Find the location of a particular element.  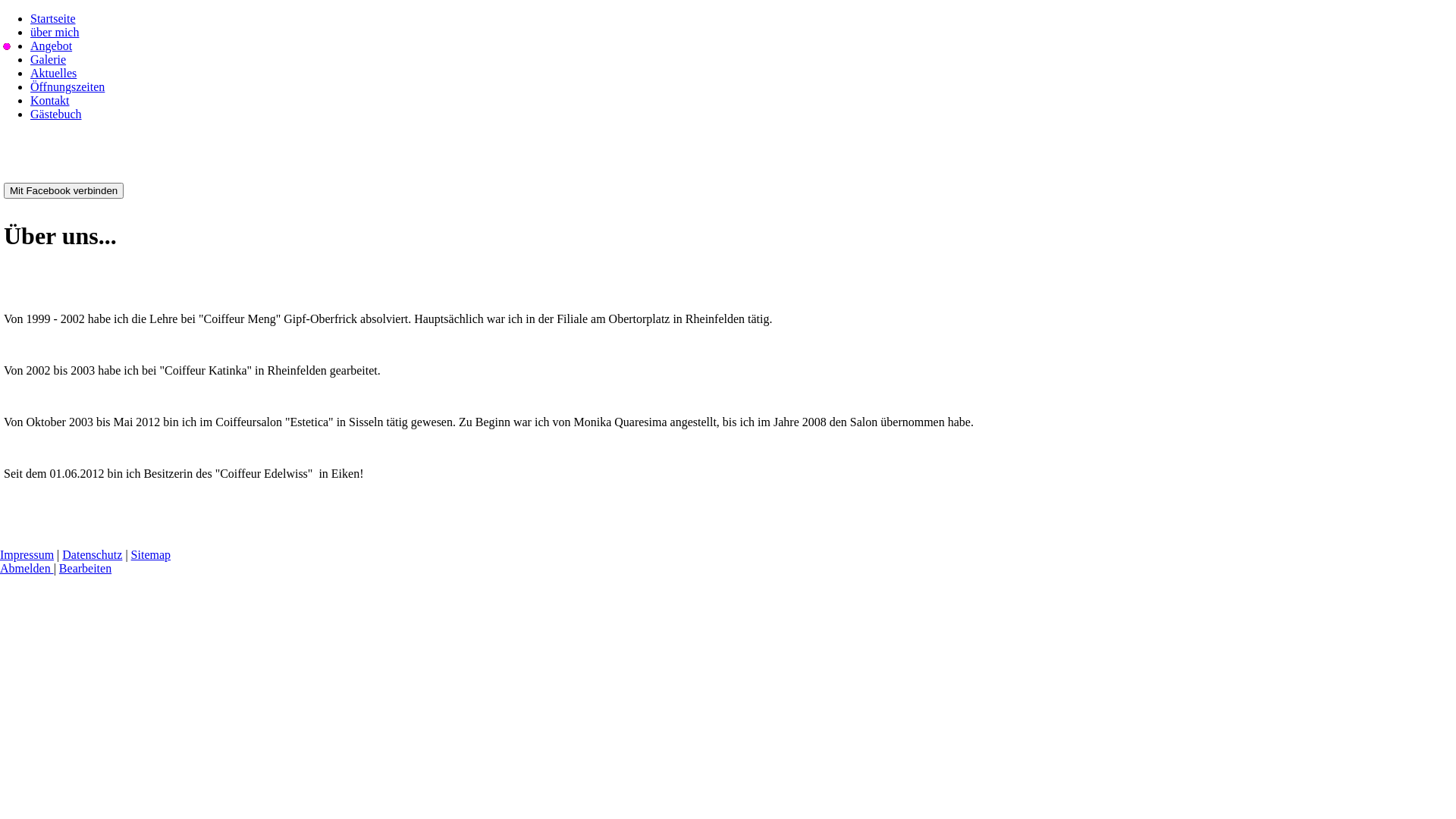

'Datenschutz' is located at coordinates (61, 554).